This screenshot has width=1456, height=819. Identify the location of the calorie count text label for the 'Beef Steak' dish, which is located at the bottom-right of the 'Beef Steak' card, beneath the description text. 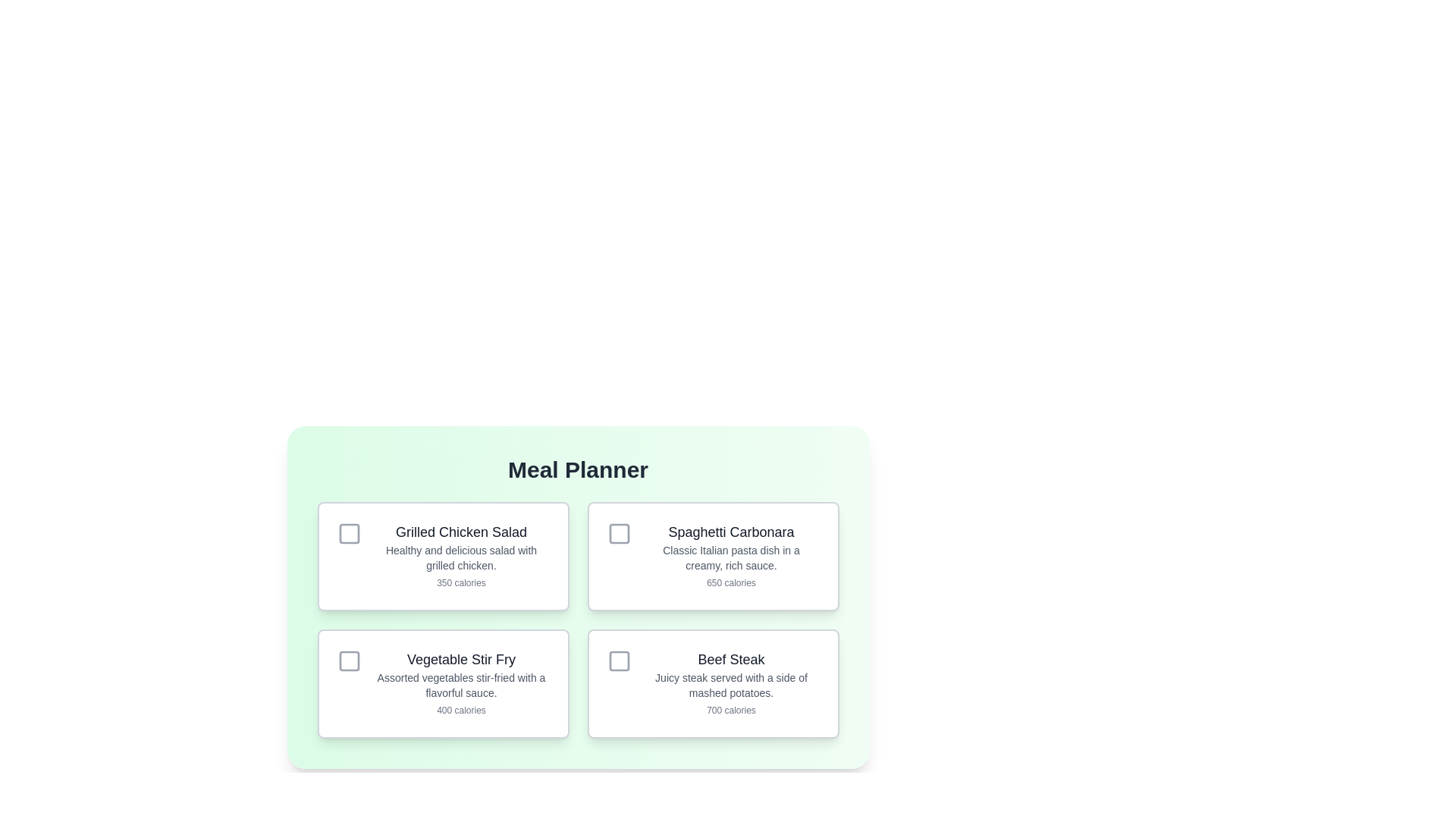
(731, 711).